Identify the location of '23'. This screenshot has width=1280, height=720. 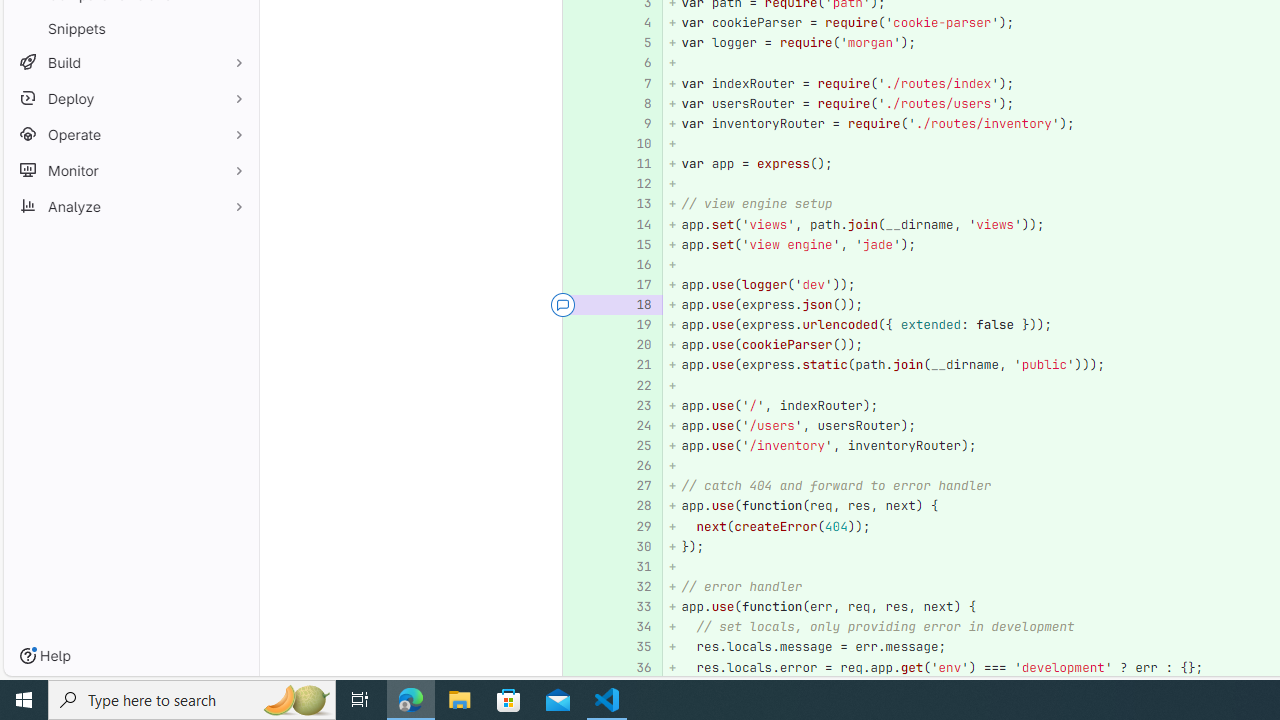
(633, 405).